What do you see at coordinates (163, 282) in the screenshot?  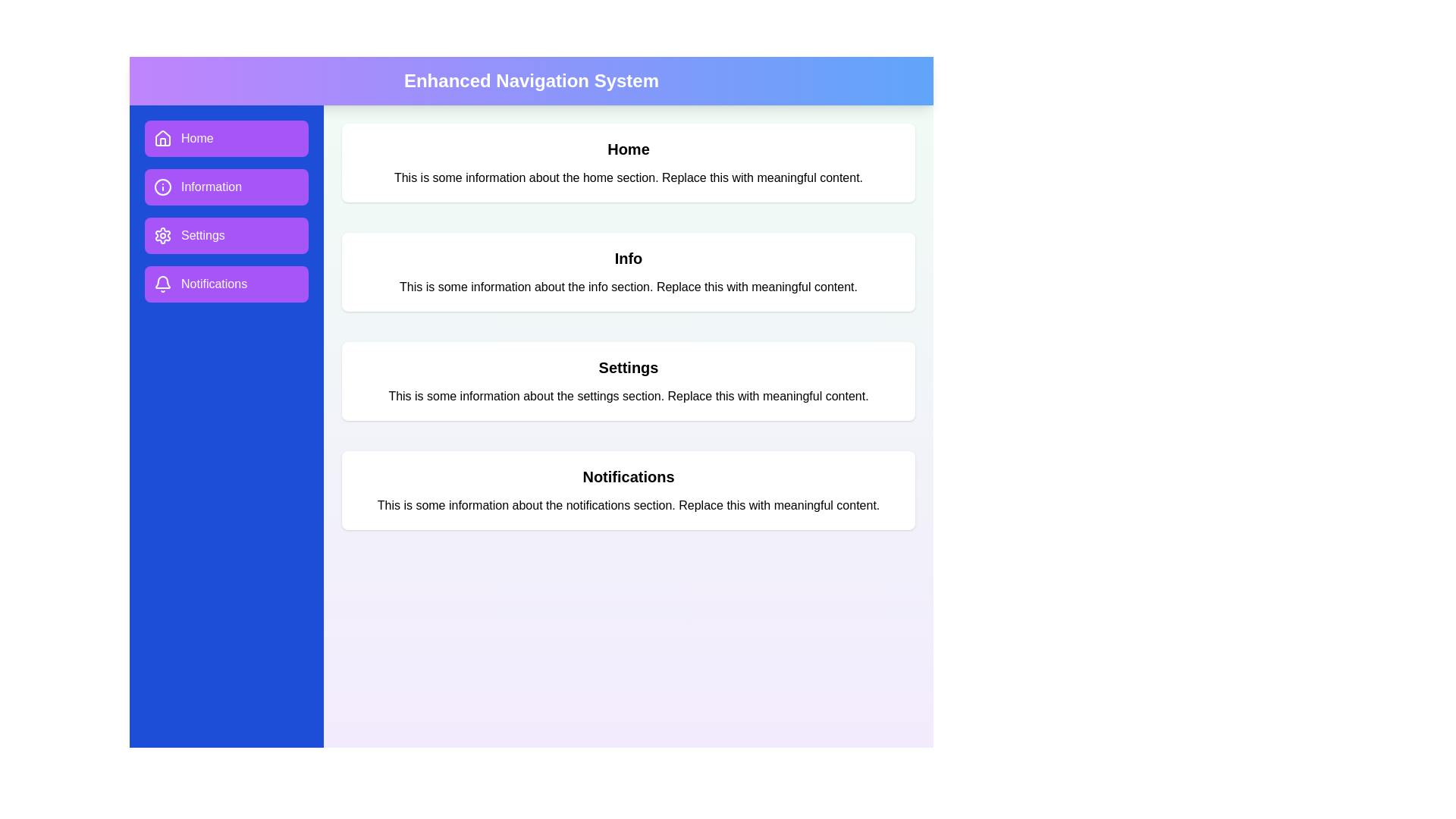 I see `the bell icon representing notifications within the 'Notifications' navigation button on the left-hand navigation panel` at bounding box center [163, 282].